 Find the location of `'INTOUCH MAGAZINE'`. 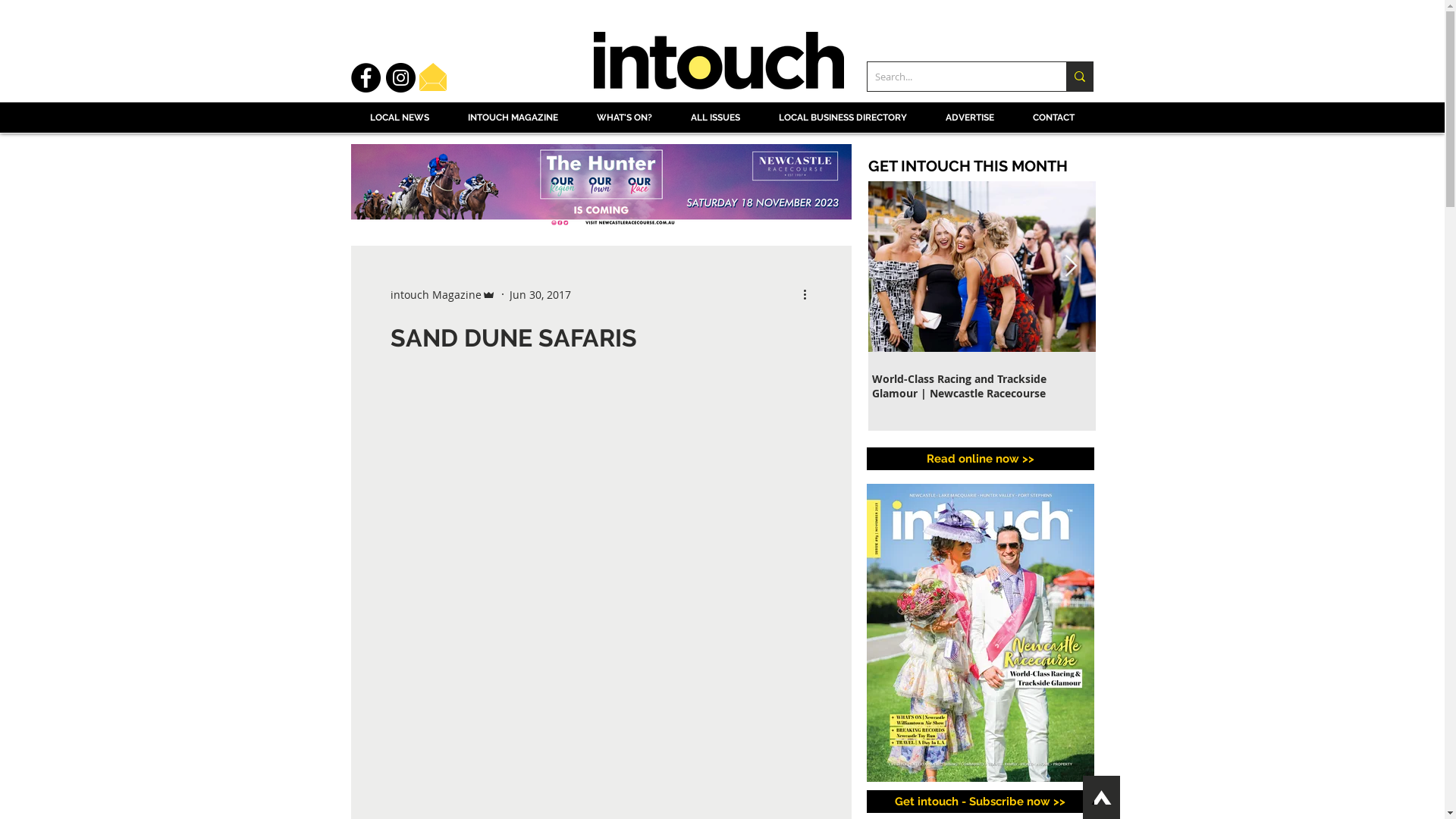

'INTOUCH MAGAZINE' is located at coordinates (511, 121).